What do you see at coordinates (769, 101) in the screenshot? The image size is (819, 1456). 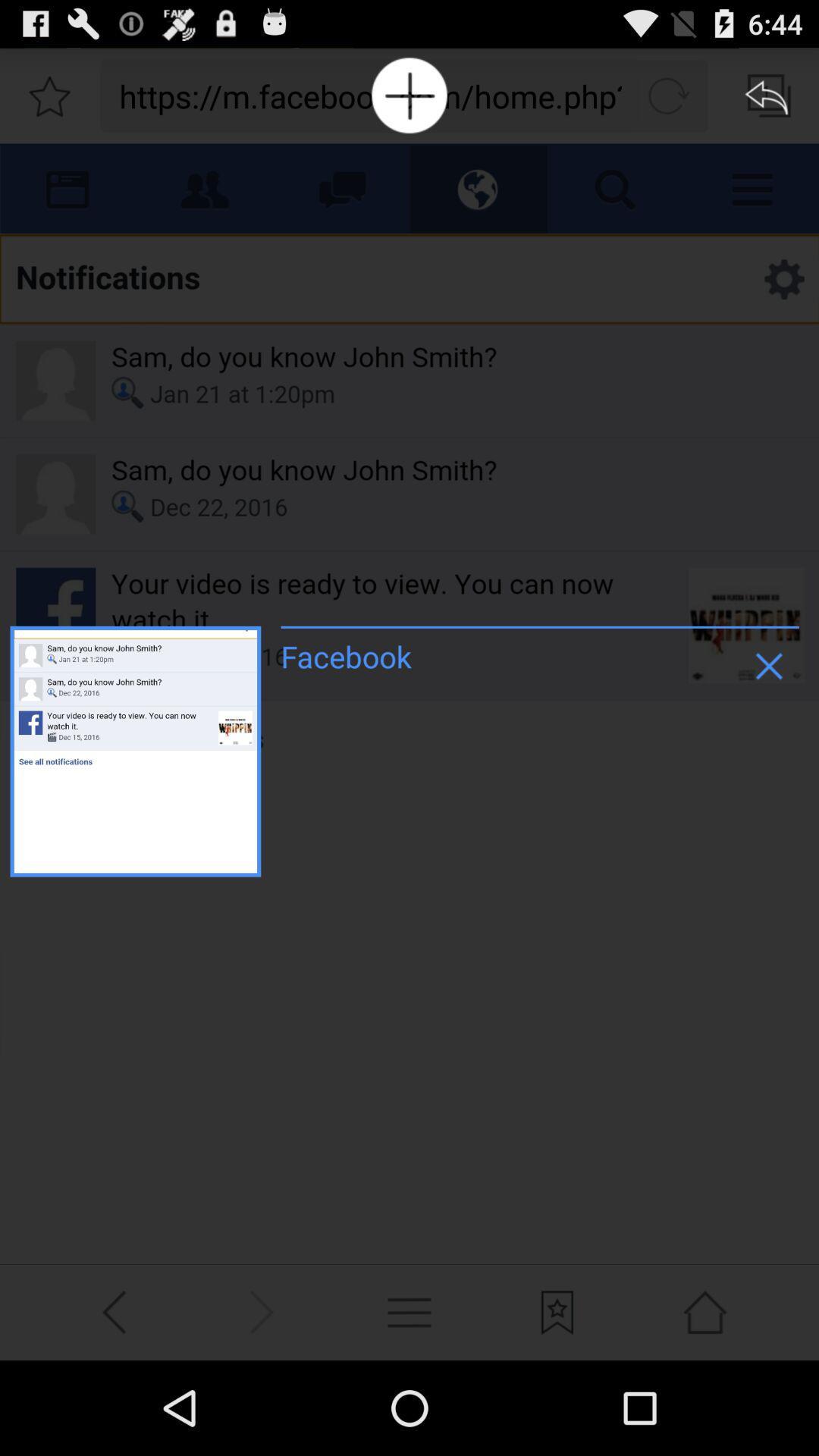 I see `the reply icon` at bounding box center [769, 101].